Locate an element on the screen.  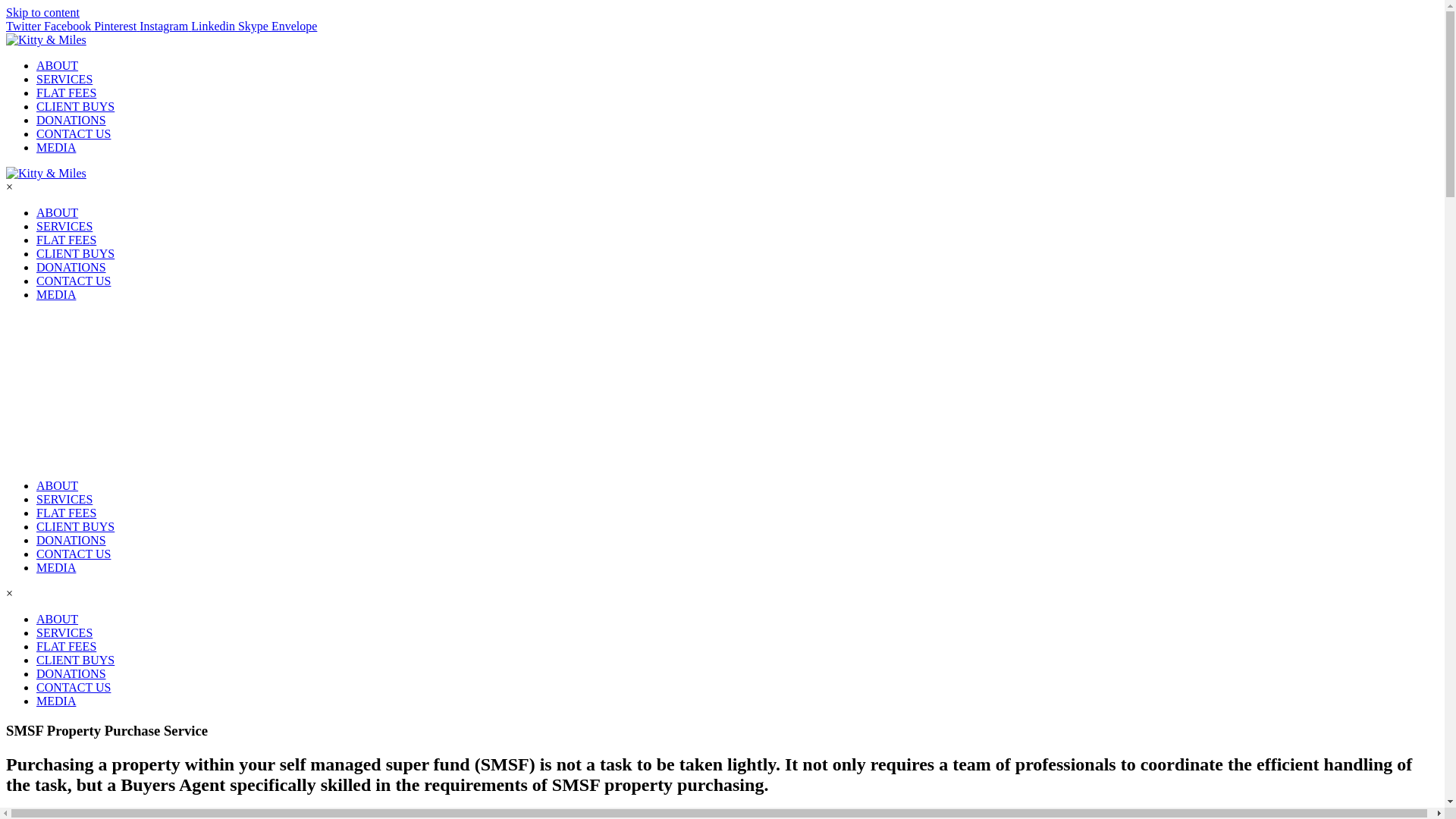
'CLIENT BUYS' is located at coordinates (813, 70).